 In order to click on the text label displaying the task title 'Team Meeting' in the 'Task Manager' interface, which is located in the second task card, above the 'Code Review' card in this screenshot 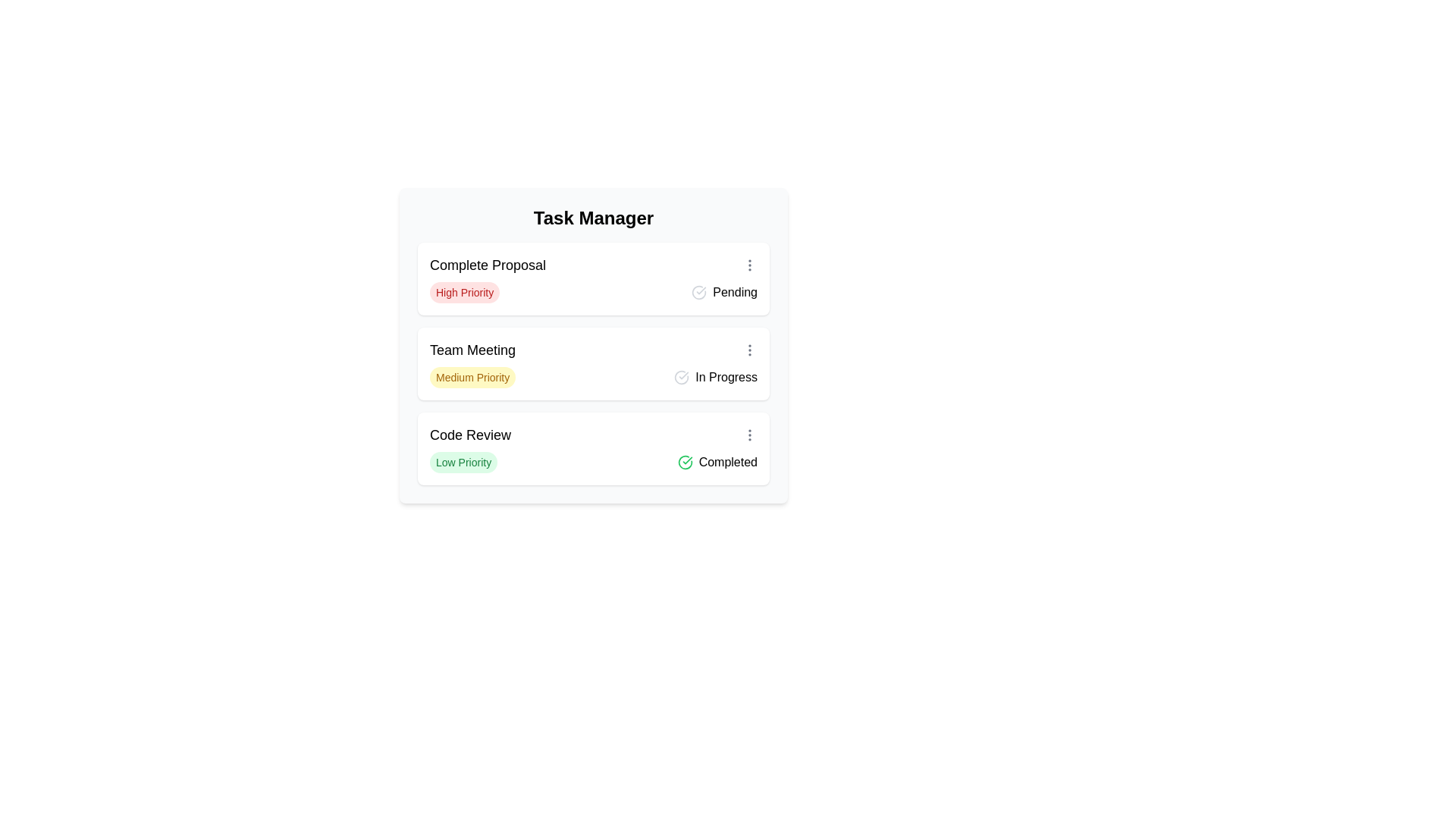, I will do `click(472, 350)`.